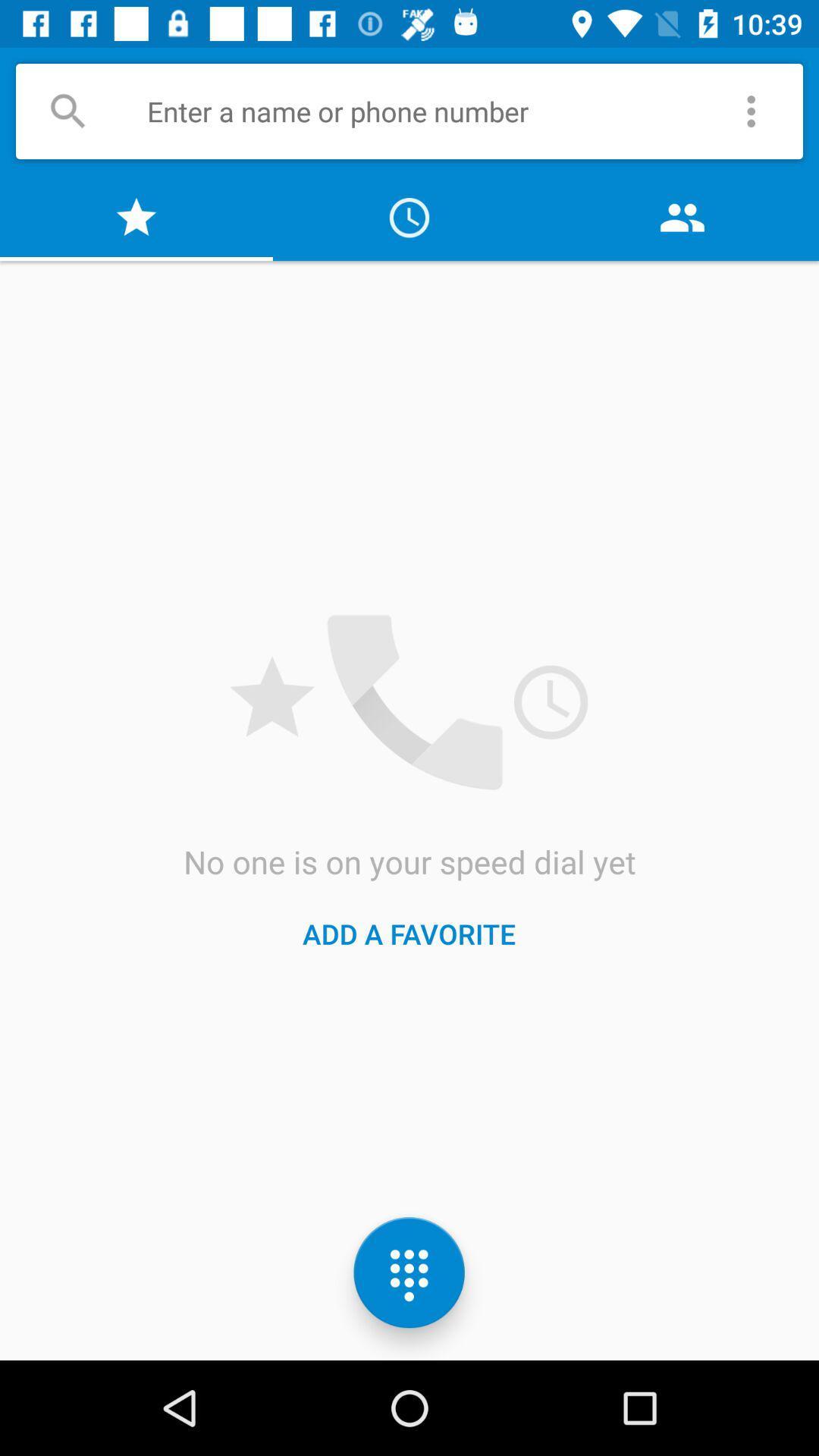  I want to click on the dialpad icon, so click(409, 1272).